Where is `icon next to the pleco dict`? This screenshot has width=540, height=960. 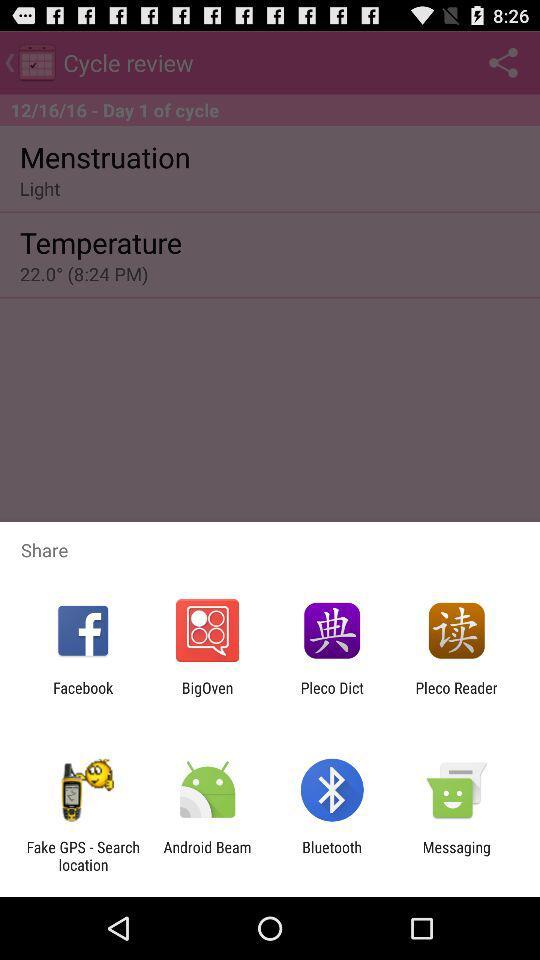 icon next to the pleco dict is located at coordinates (456, 696).